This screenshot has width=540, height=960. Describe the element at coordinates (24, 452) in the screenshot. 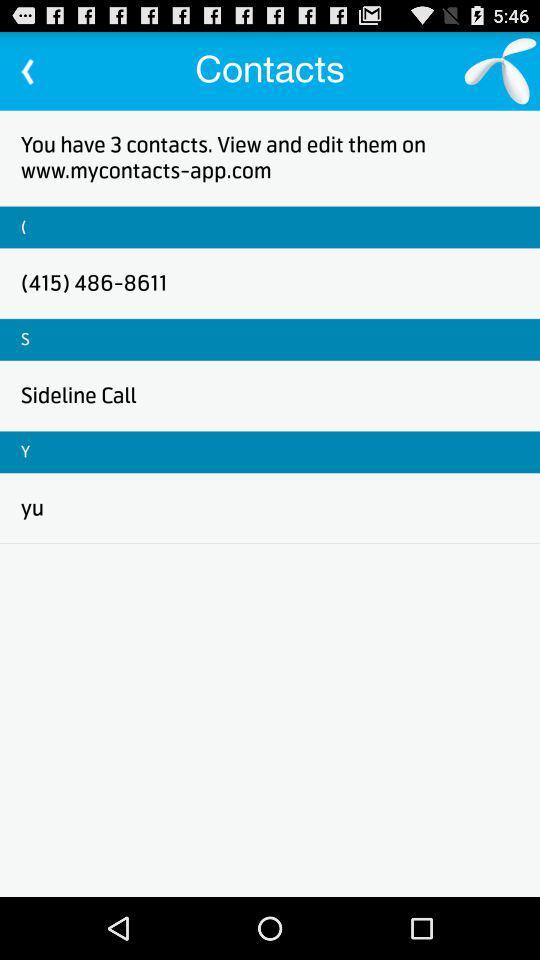

I see `the icon below sideline call icon` at that location.